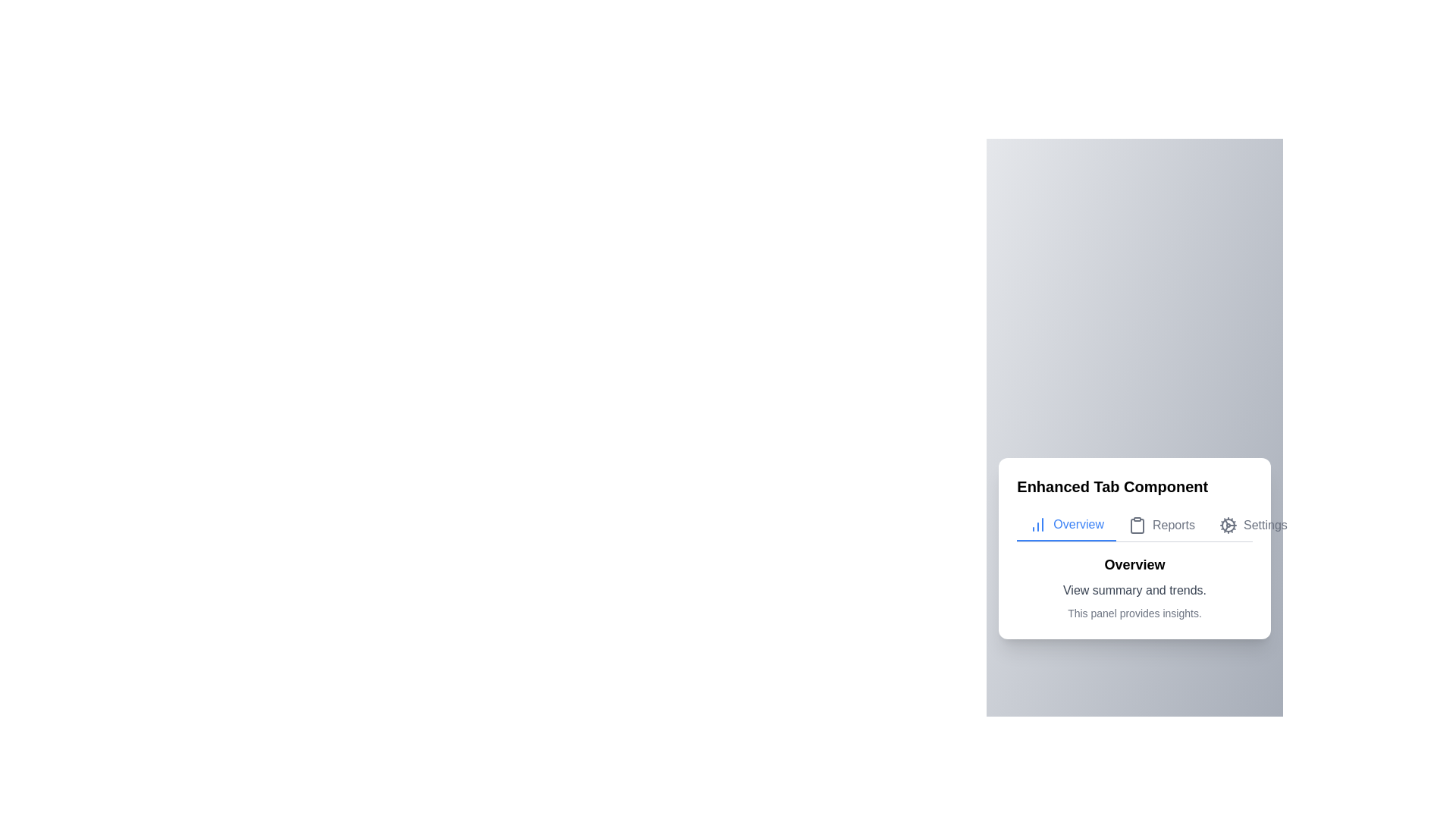 The image size is (1456, 819). Describe the element at coordinates (1065, 524) in the screenshot. I see `the Overview tab to navigate to it` at that location.